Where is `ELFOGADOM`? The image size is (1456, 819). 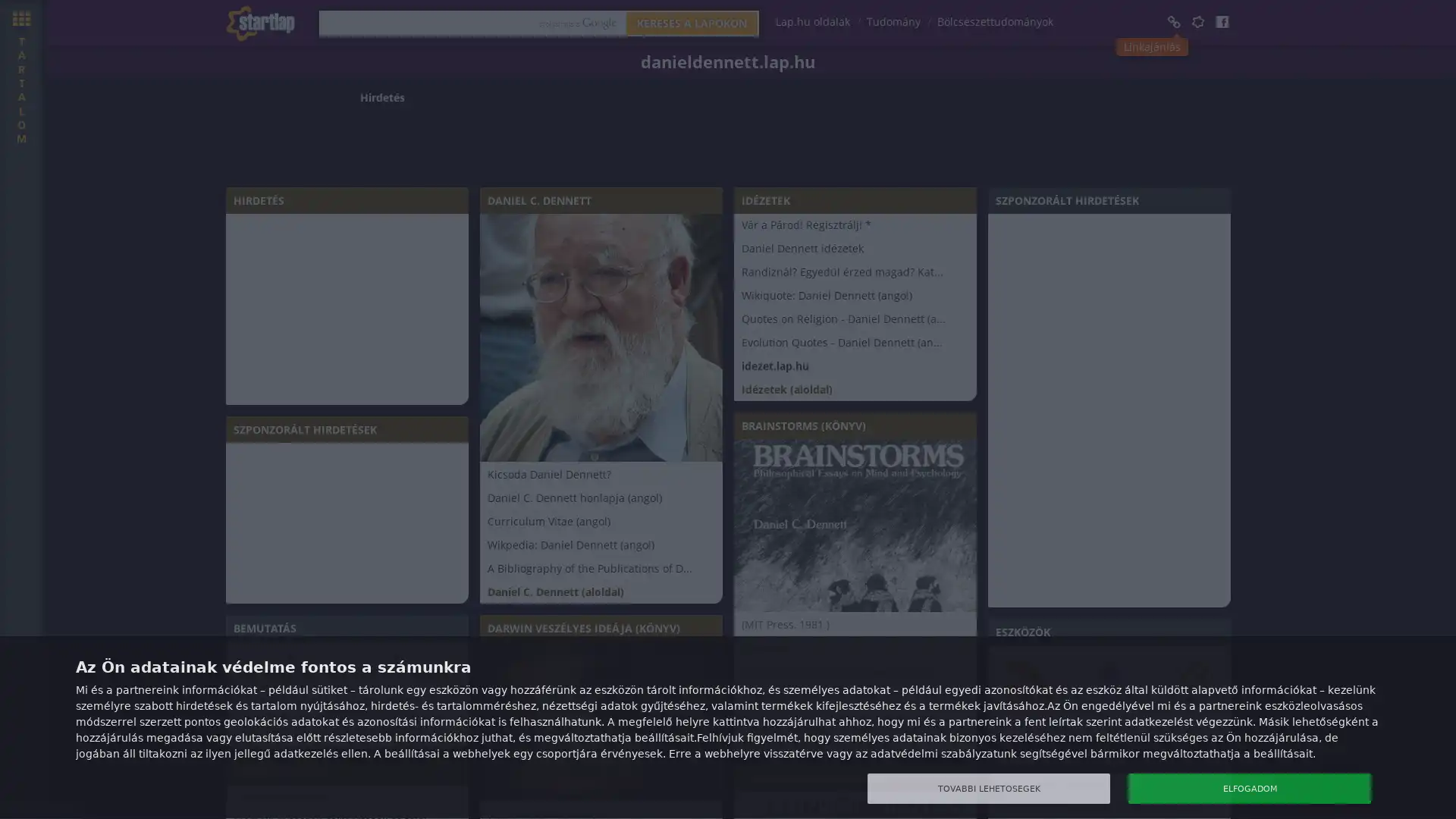
ELFOGADOM is located at coordinates (1249, 788).